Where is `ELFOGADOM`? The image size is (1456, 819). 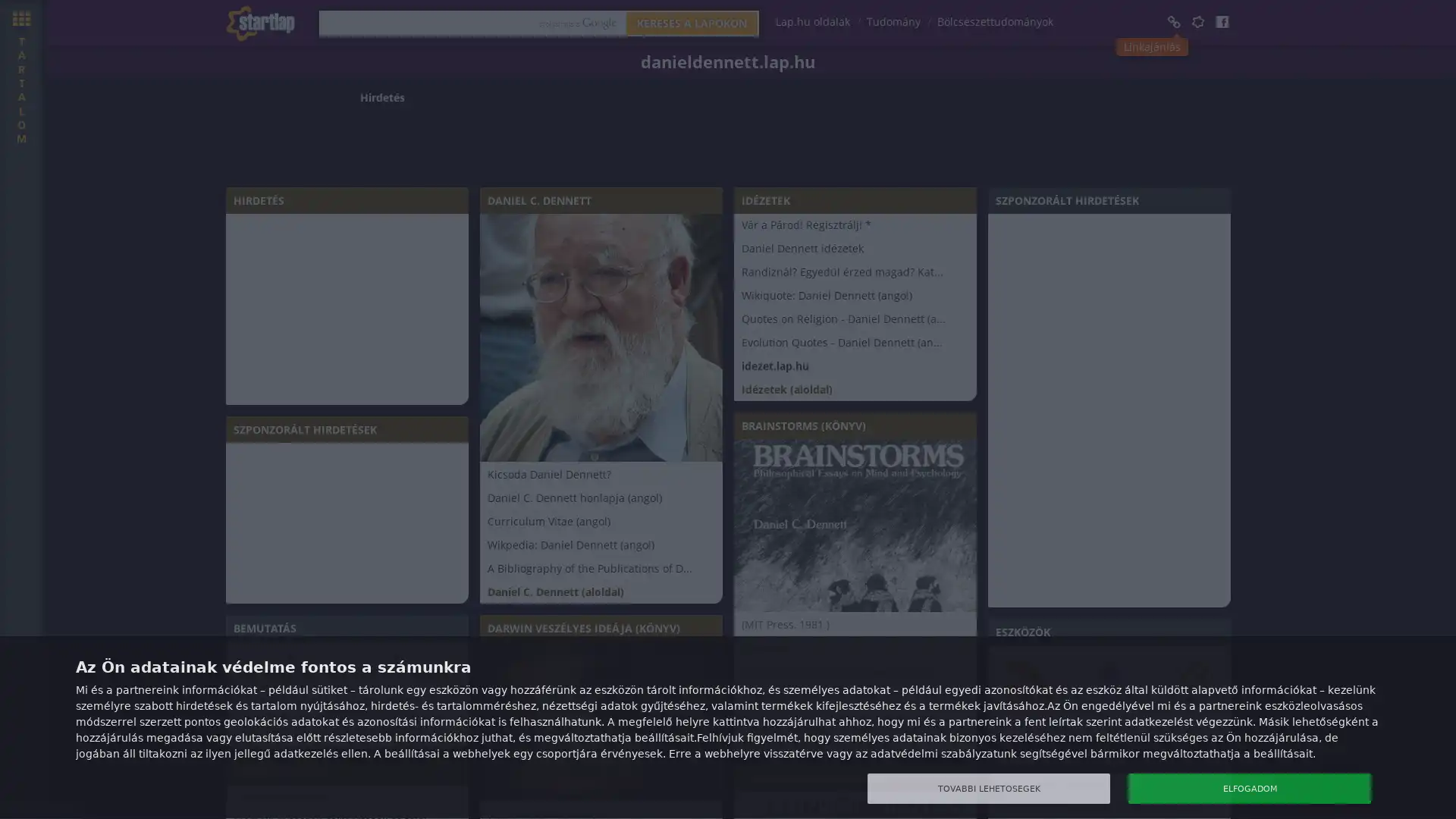
ELFOGADOM is located at coordinates (1249, 788).